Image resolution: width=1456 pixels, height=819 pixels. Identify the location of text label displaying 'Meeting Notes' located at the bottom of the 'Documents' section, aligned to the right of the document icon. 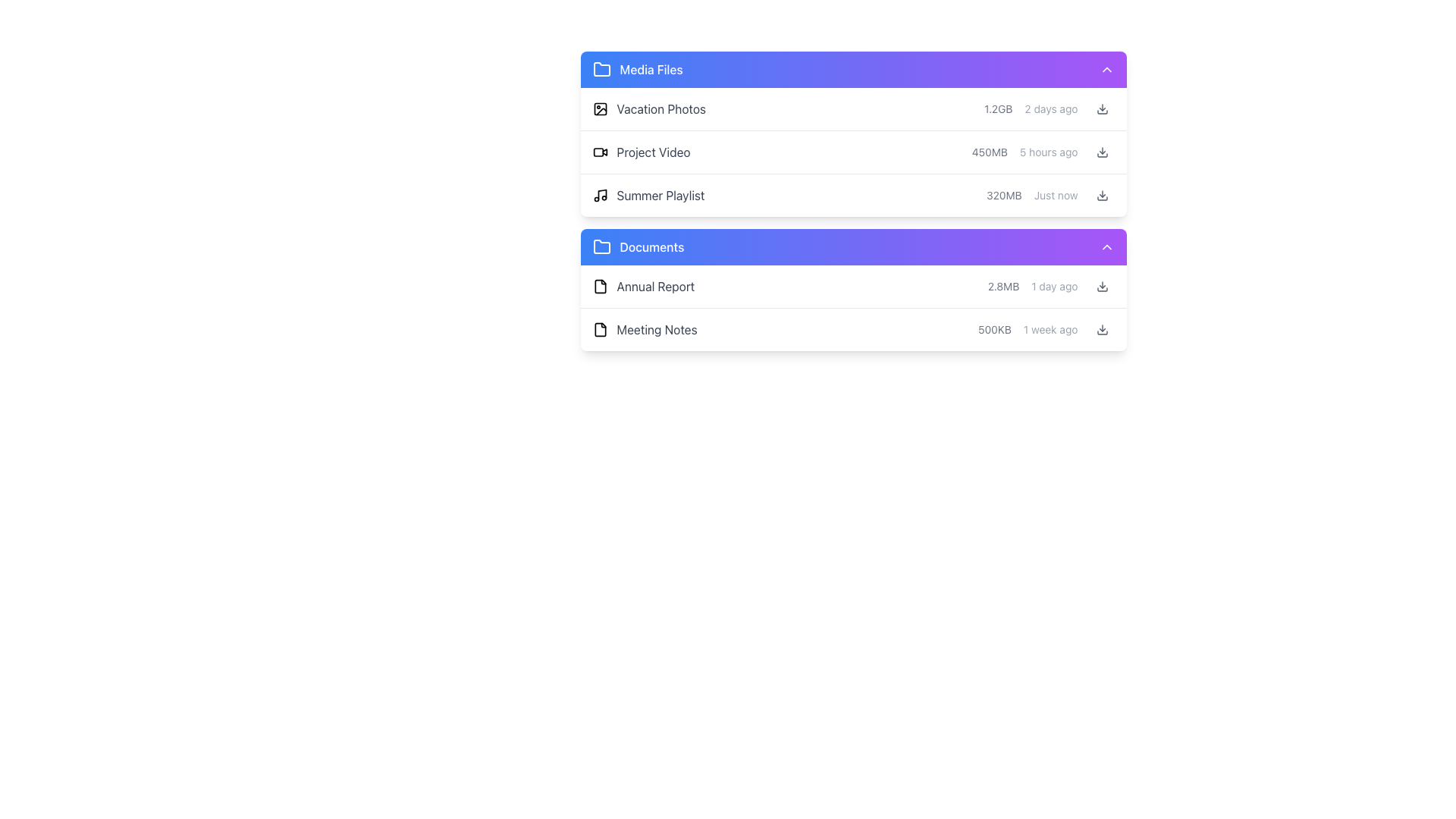
(657, 329).